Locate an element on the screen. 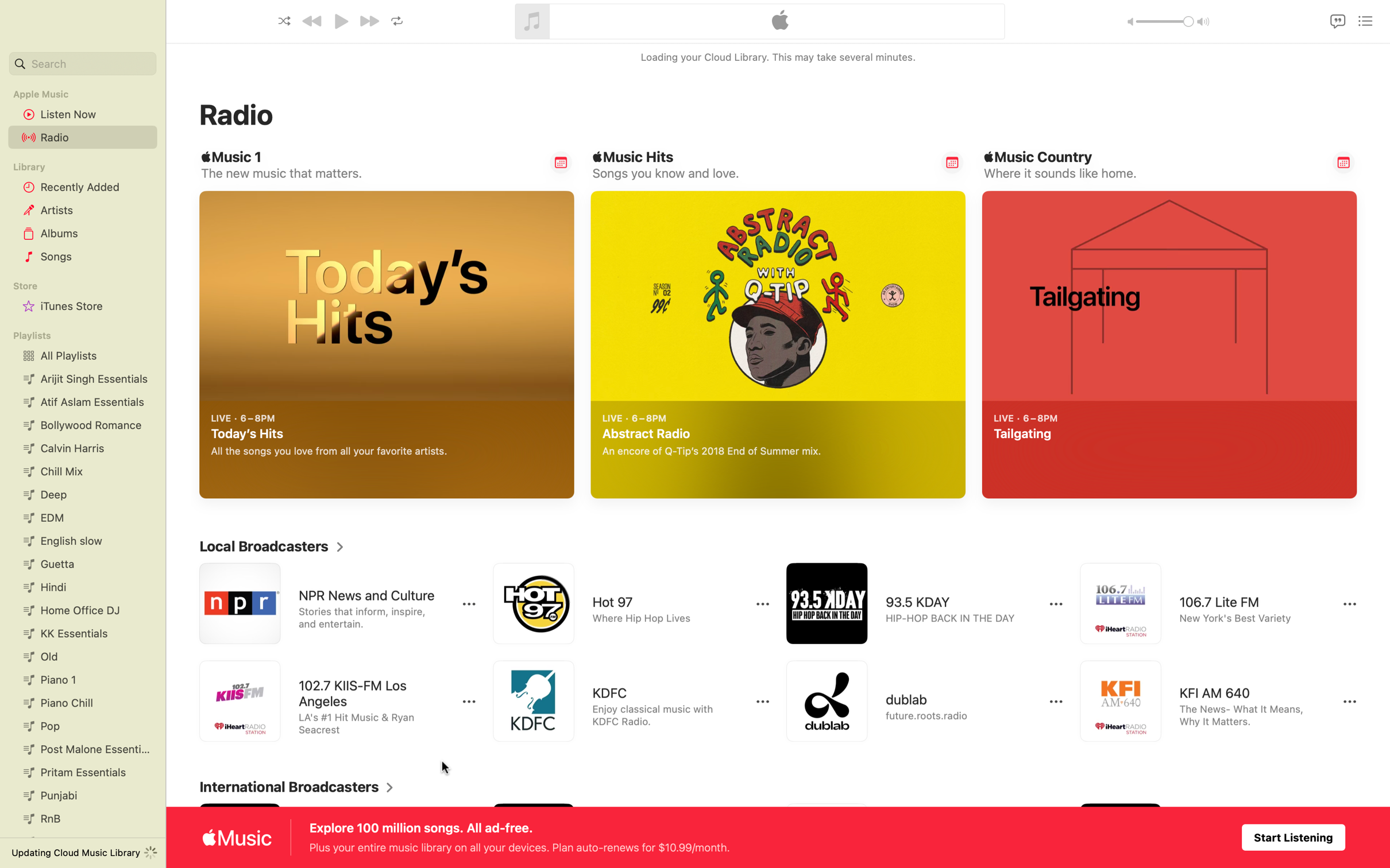 The height and width of the screenshot is (868, 1390). Opt for unveiling more features for KDFC radio is located at coordinates (763, 702).